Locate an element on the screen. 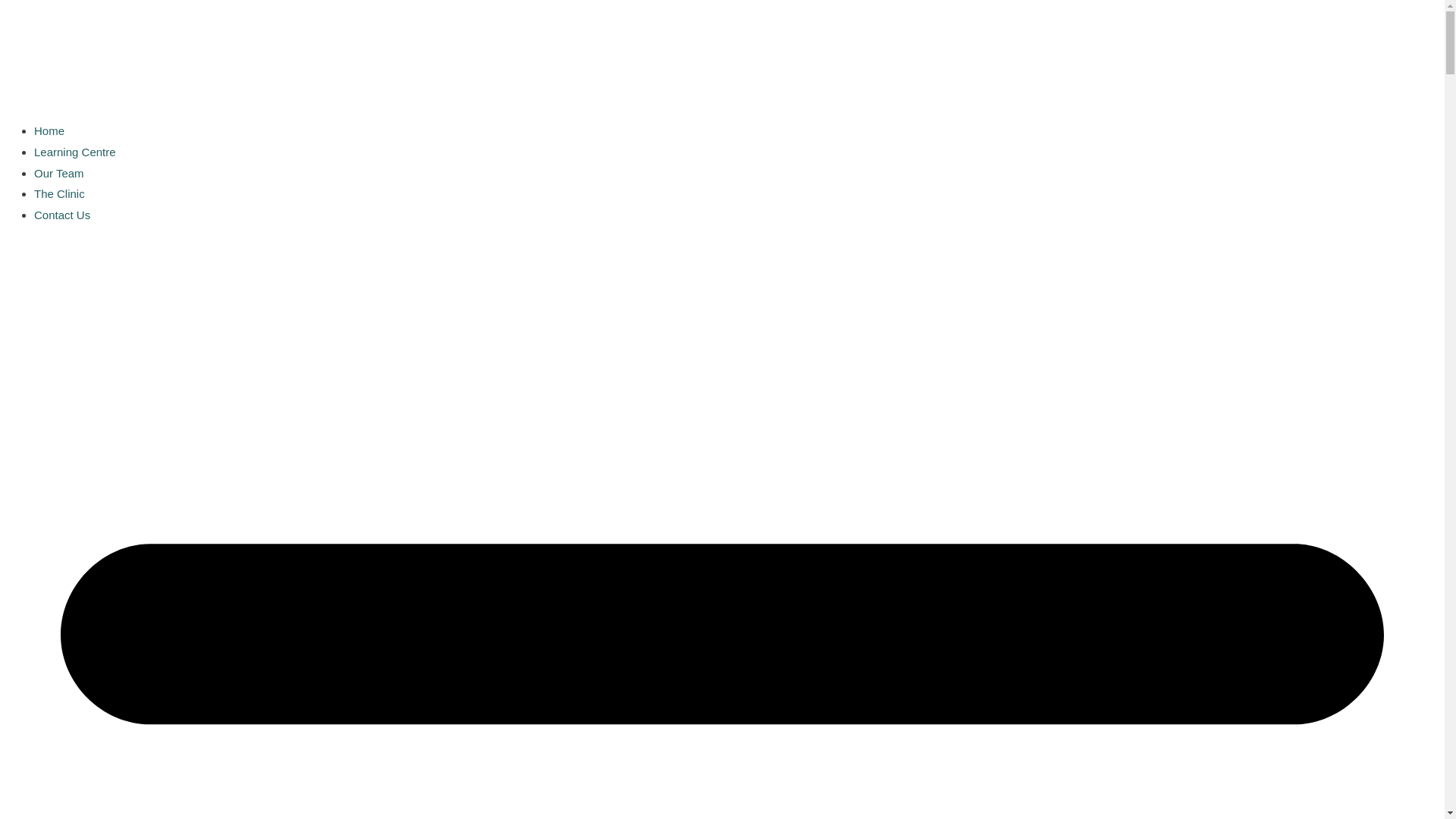 The height and width of the screenshot is (819, 1456). 'Our Team' is located at coordinates (58, 172).